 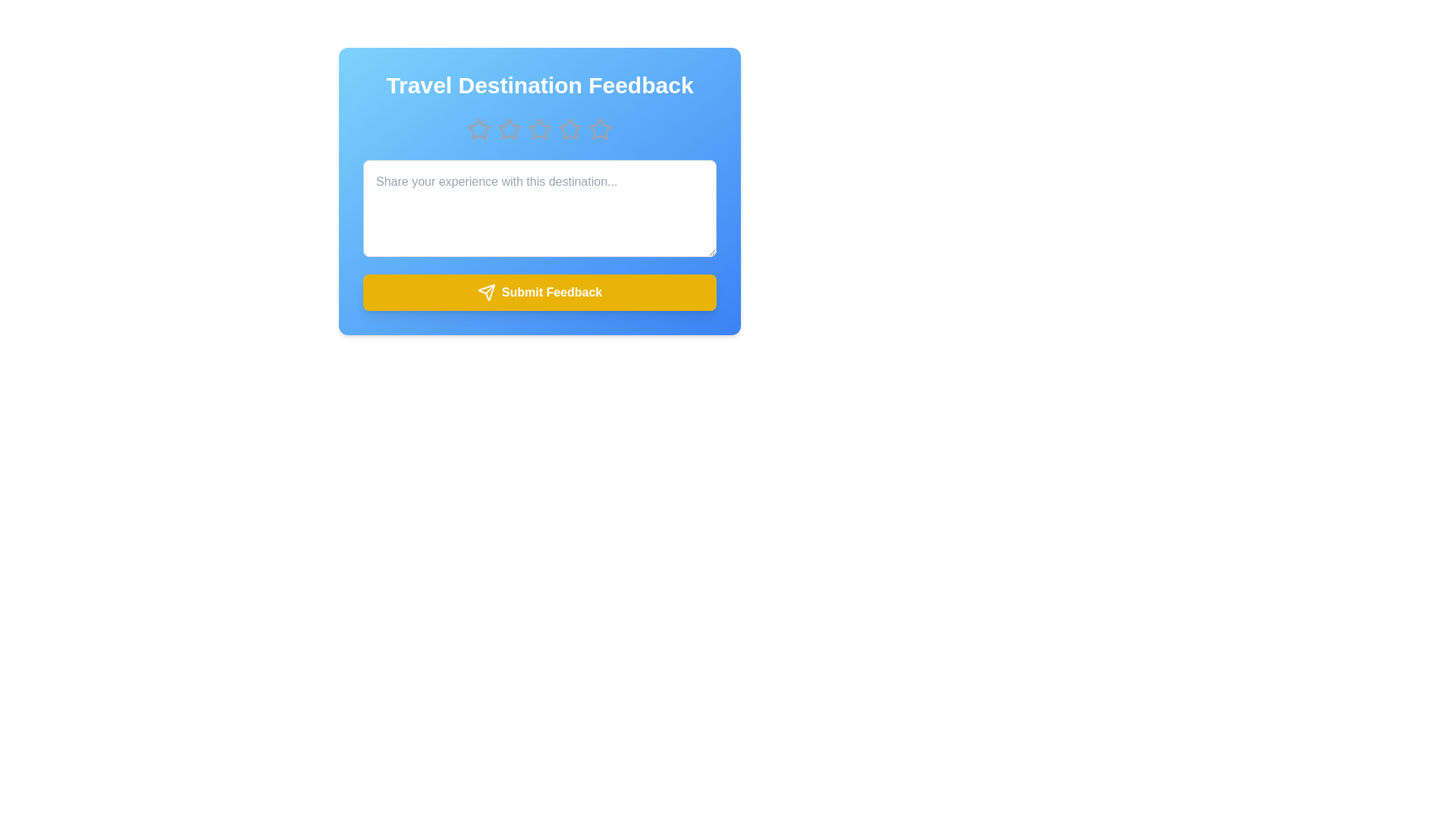 What do you see at coordinates (510, 128) in the screenshot?
I see `the star corresponding to 2 to preview the rating` at bounding box center [510, 128].